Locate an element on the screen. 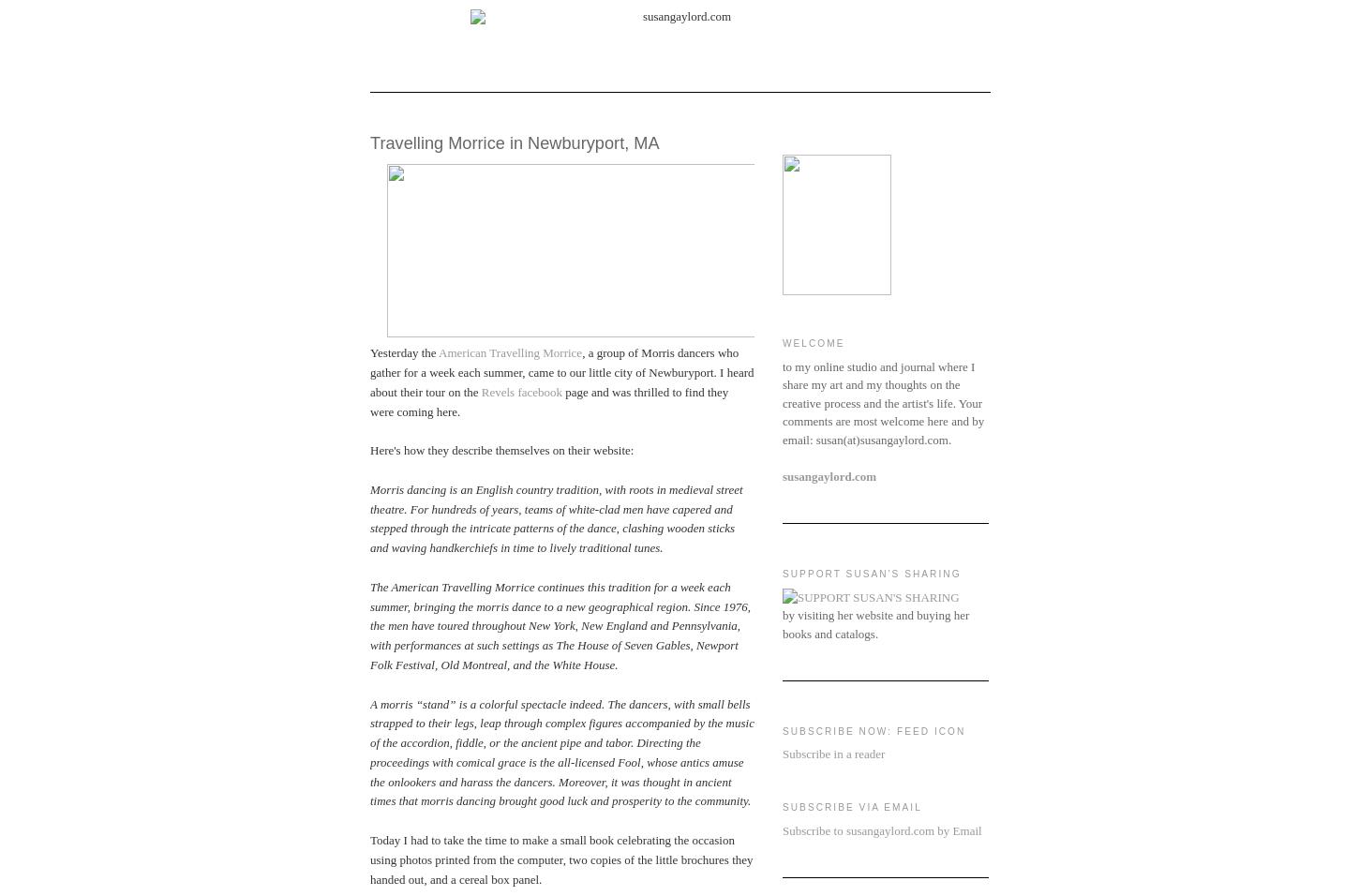 The width and height of the screenshot is (1359, 896). 'The American Travelling Morrice continues this tradition for a week each summer, bringing the morris dance to a new geographical region. Since 1976, the men have toured throughout New York, New England and Pennsylvania, with performances at such settings as The House of Seven Gables, Newport Folk Festival, Old Montreal, and the White House.' is located at coordinates (560, 625).